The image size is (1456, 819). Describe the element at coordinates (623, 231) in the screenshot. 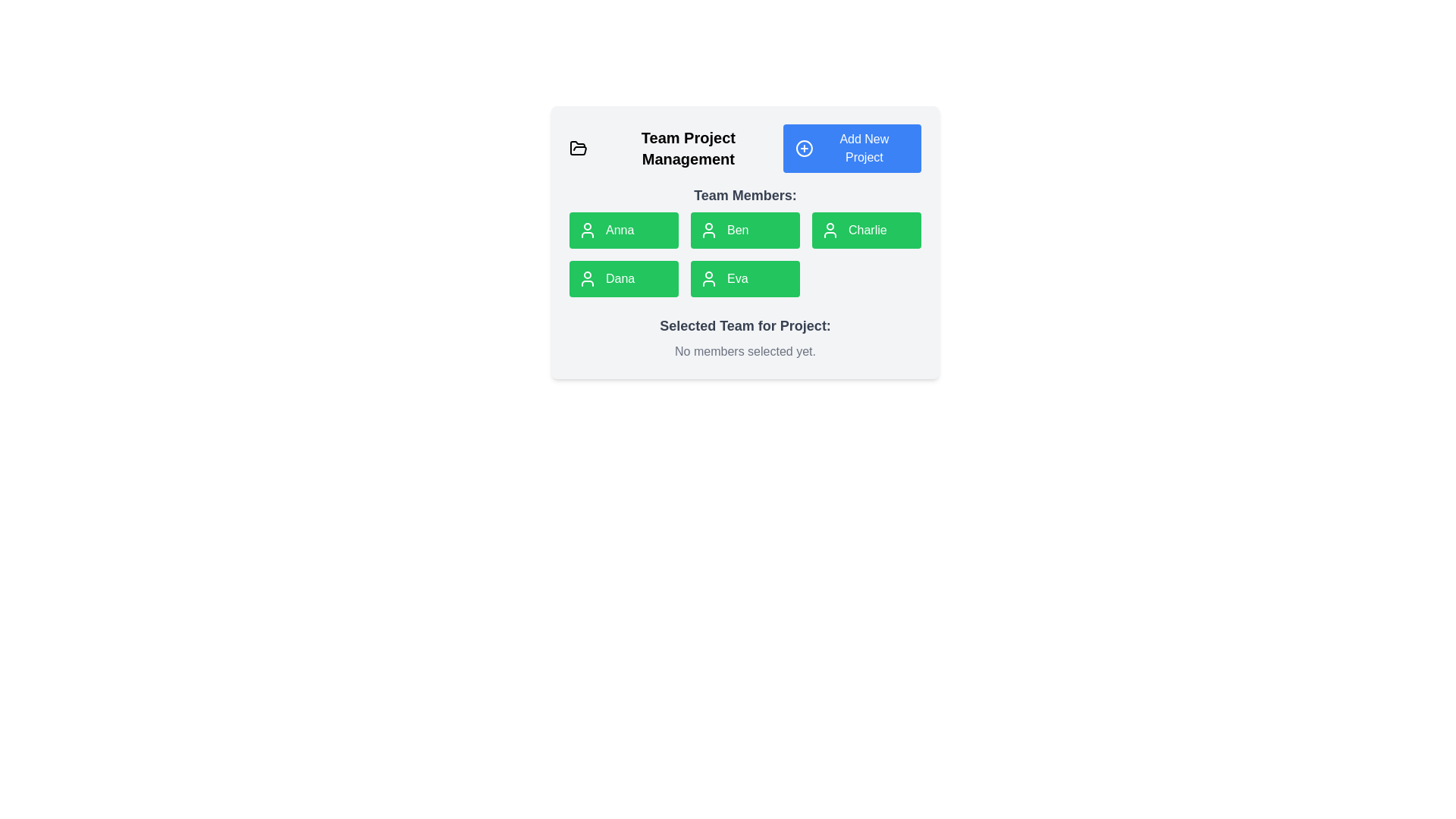

I see `the green button labeled 'Anna' with a person icon` at that location.